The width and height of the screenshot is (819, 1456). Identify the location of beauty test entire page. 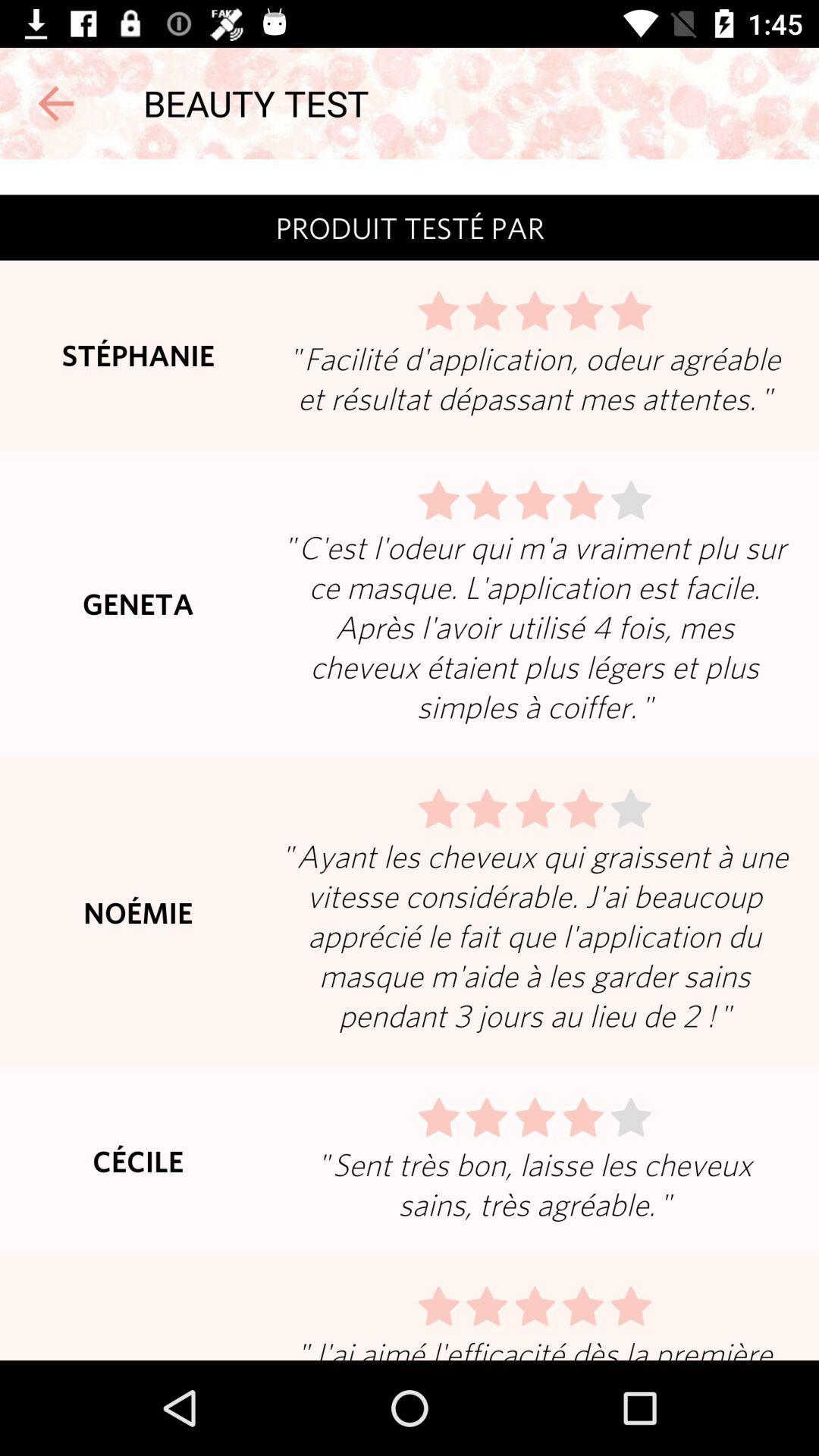
(409, 760).